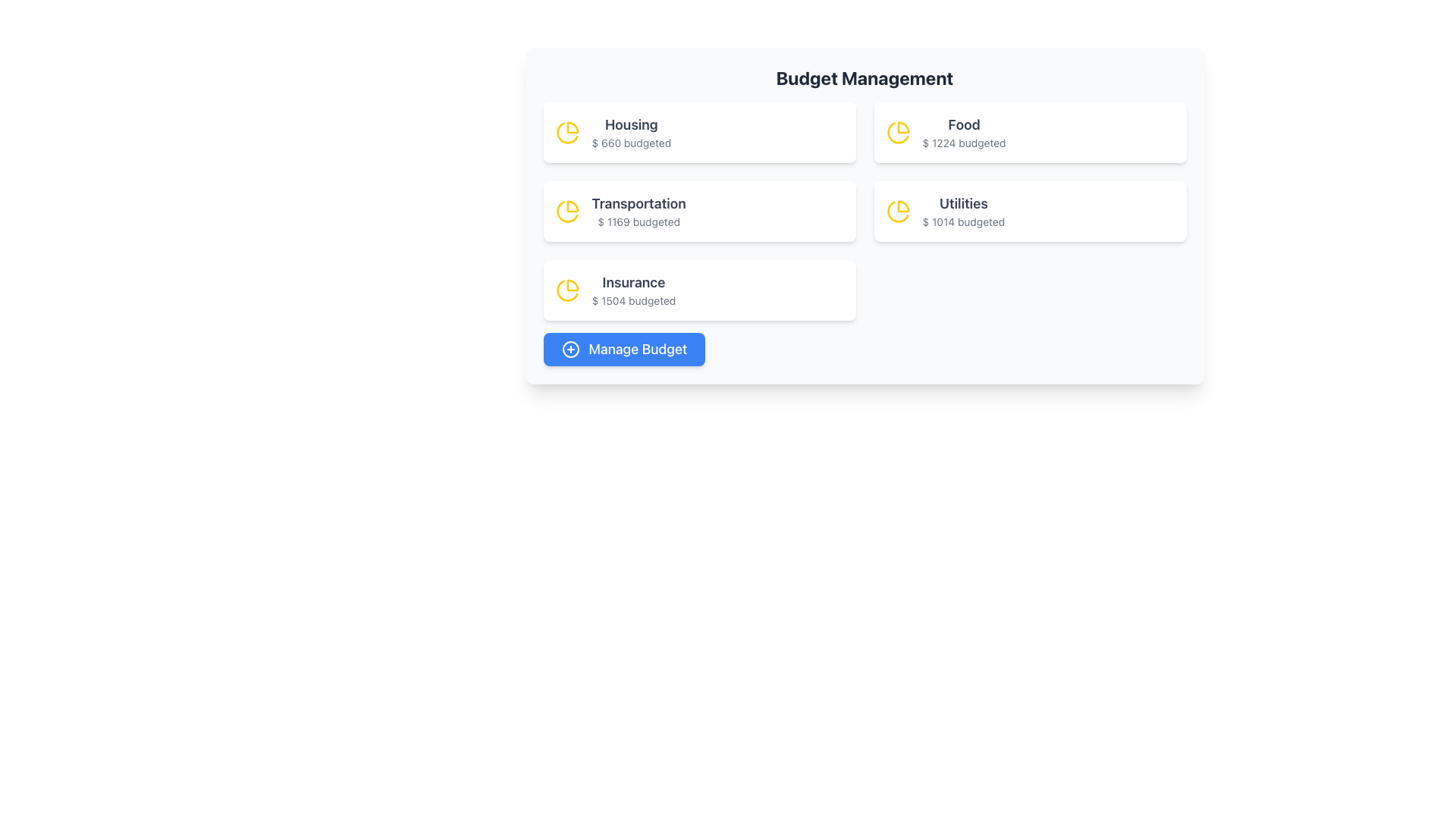 The width and height of the screenshot is (1456, 819). Describe the element at coordinates (624, 350) in the screenshot. I see `the 'Manage Budget' button with a blue background and a plus sign icon using keyboard navigation` at that location.